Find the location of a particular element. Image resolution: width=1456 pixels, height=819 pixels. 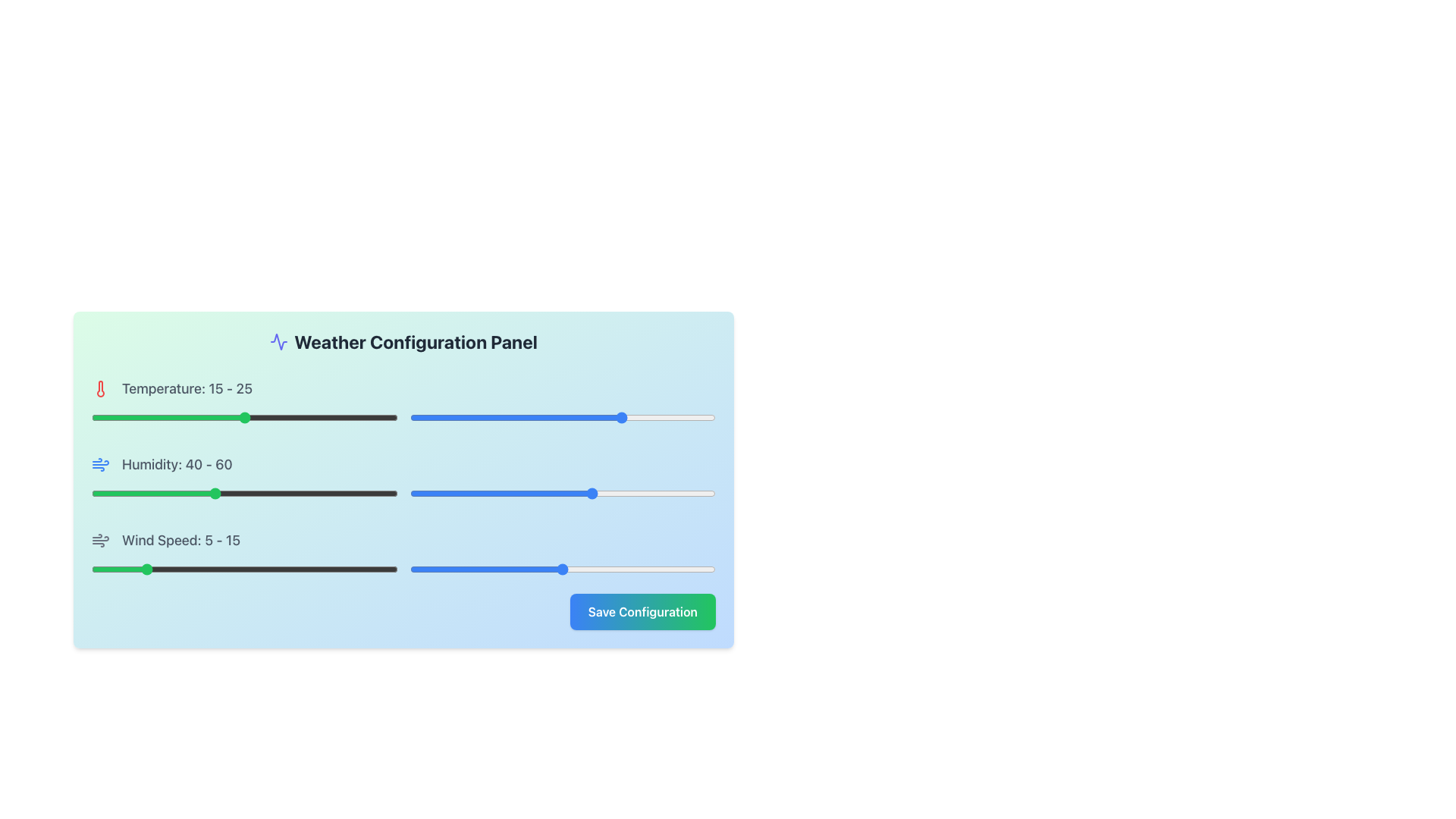

the start value of the wind speed range is located at coordinates (275, 570).